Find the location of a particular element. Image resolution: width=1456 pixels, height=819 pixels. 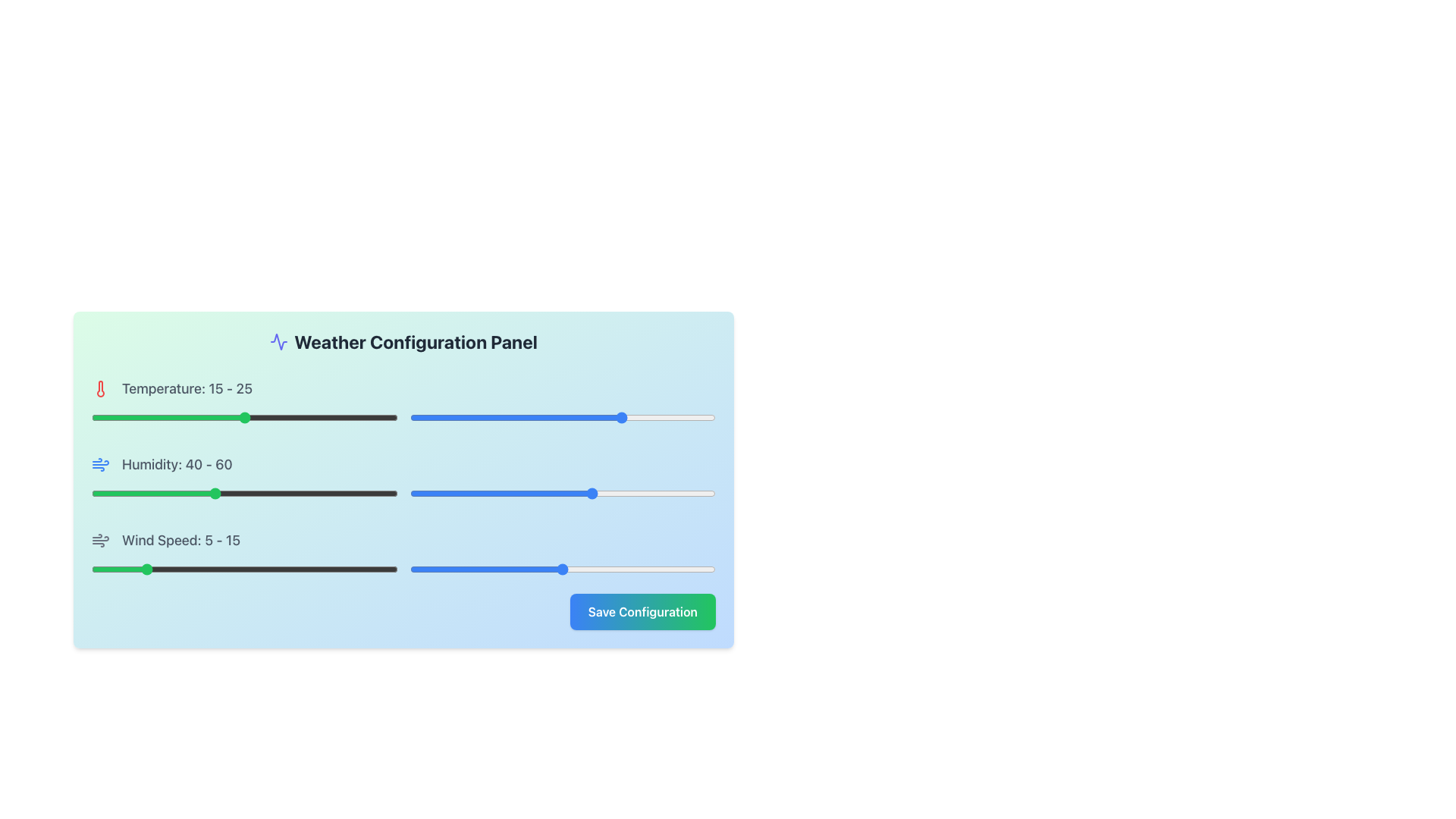

the start value of the wind speed range is located at coordinates (275, 570).